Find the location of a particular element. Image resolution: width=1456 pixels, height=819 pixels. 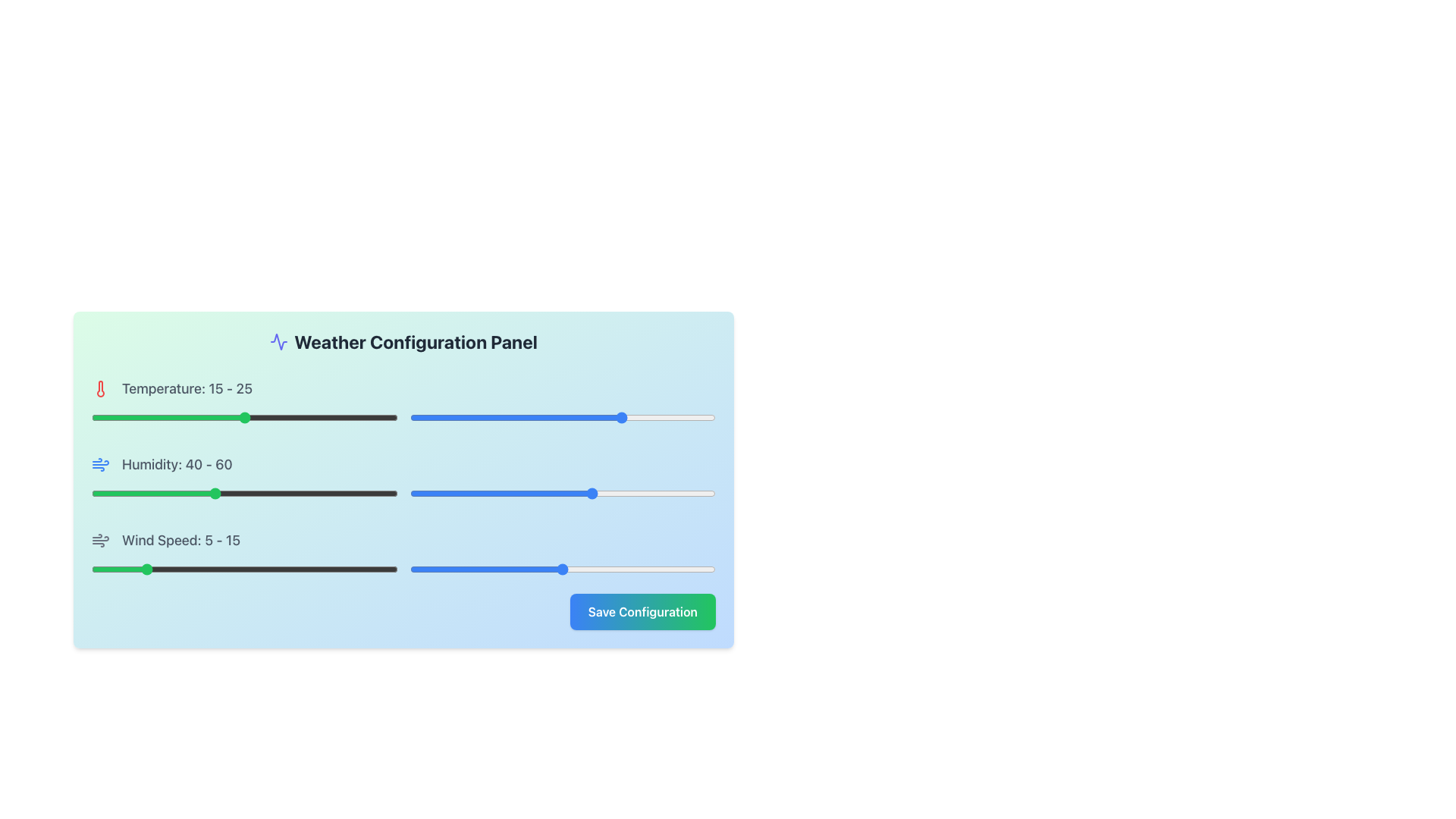

the start value of the wind speed range is located at coordinates (275, 570).